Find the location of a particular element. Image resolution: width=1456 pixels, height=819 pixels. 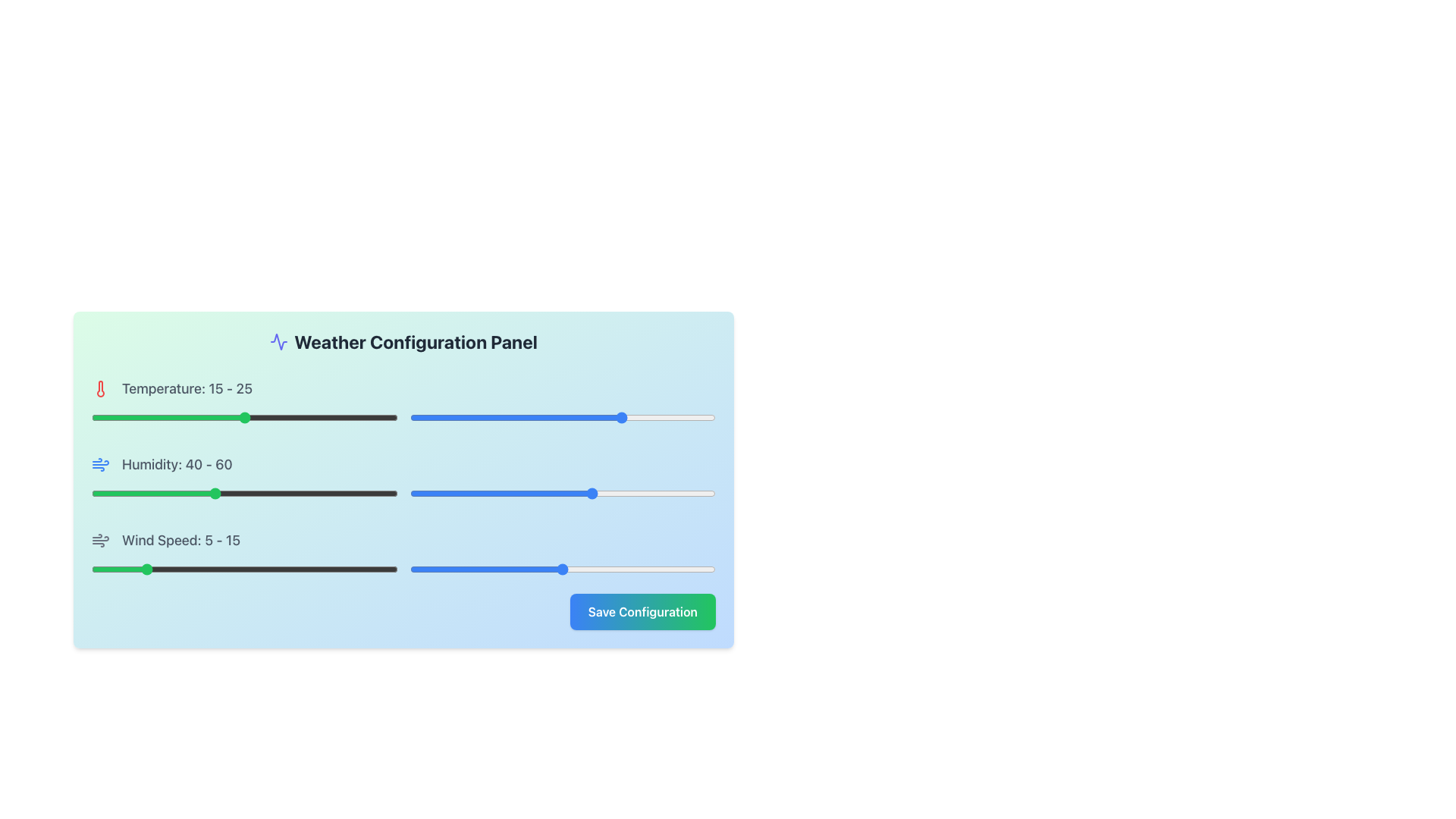

the start value of the wind speed range is located at coordinates (275, 570).